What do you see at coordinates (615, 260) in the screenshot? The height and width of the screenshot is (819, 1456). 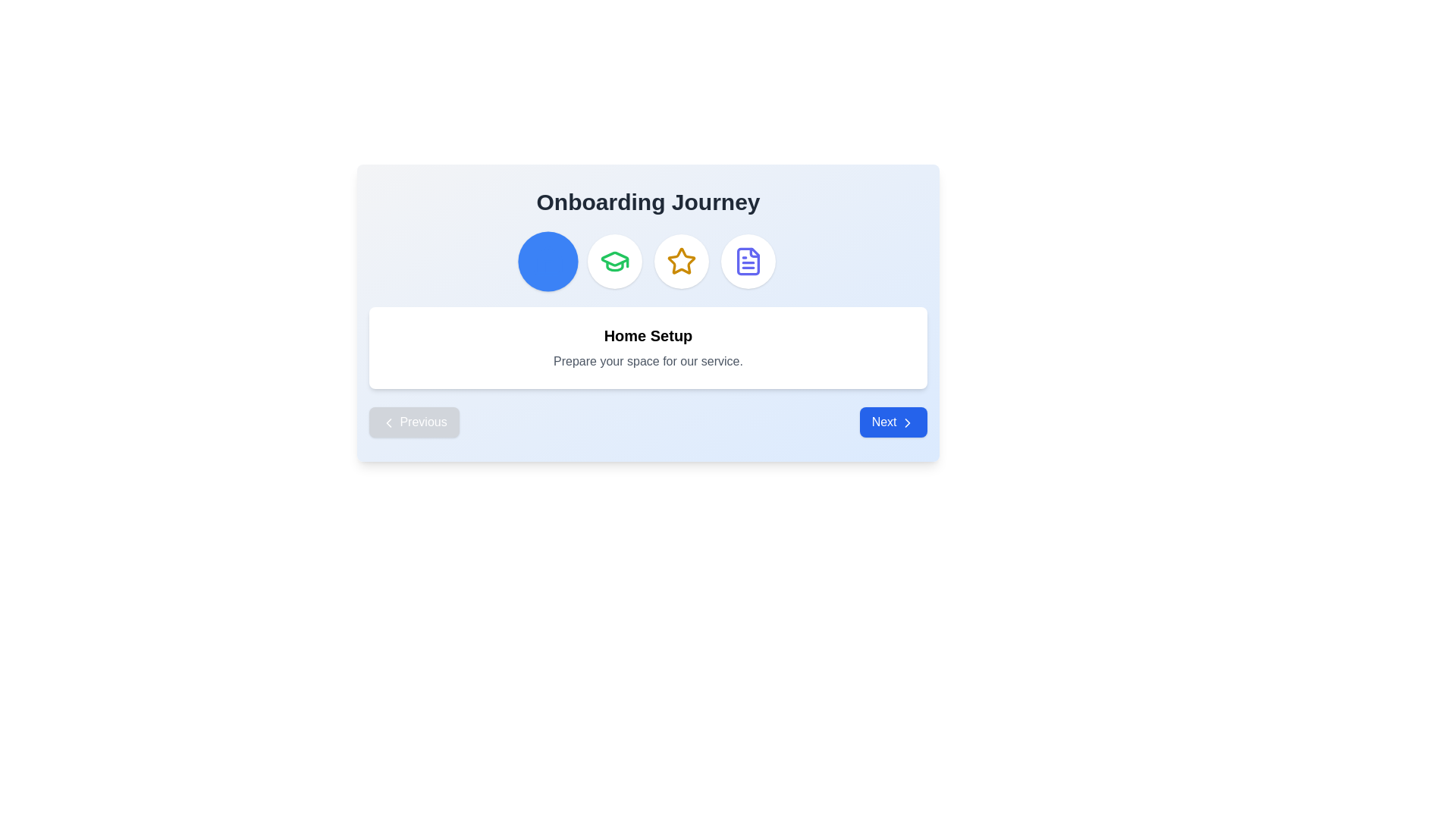 I see `the second circular button in a row of four, positioned above the 'Home Setup' text` at bounding box center [615, 260].